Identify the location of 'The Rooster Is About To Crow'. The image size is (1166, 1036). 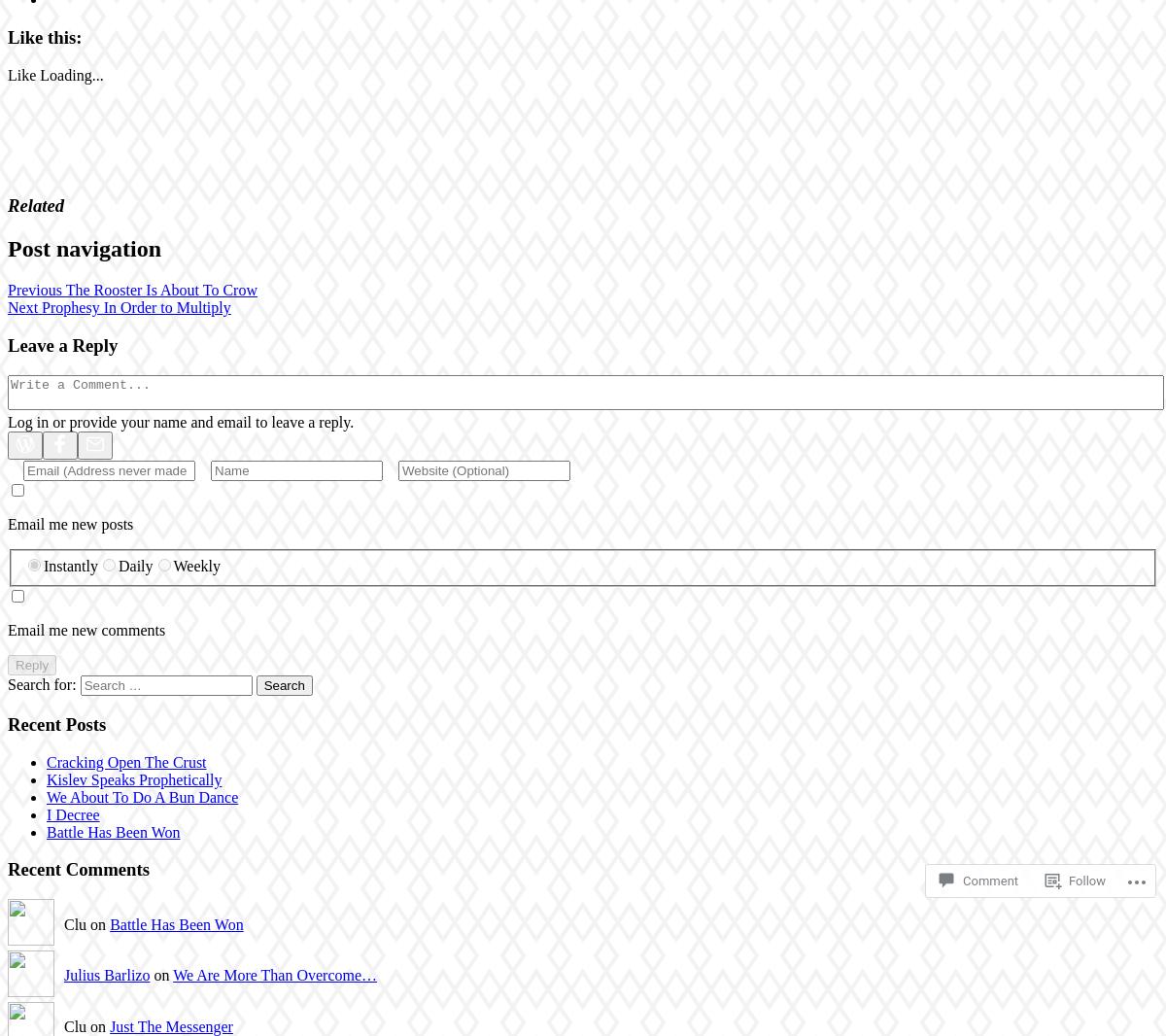
(159, 290).